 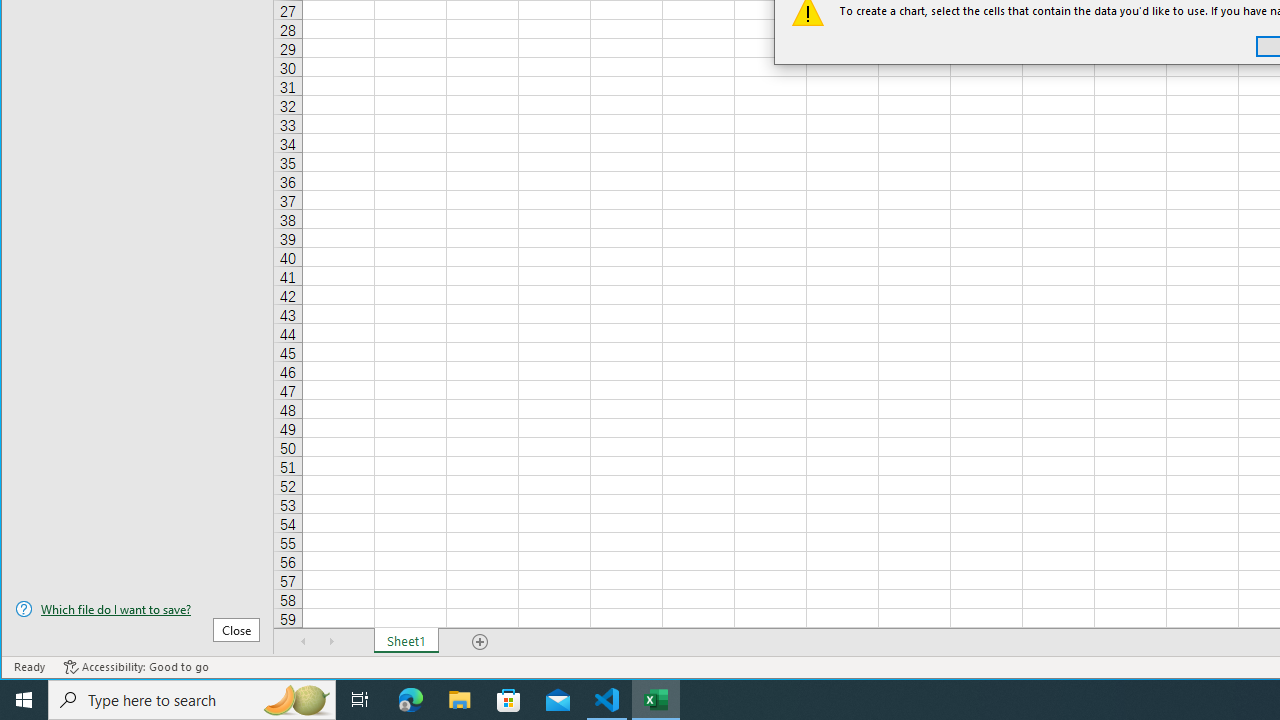 I want to click on 'Accessibility Checker Accessibility: Good to go', so click(x=135, y=667).